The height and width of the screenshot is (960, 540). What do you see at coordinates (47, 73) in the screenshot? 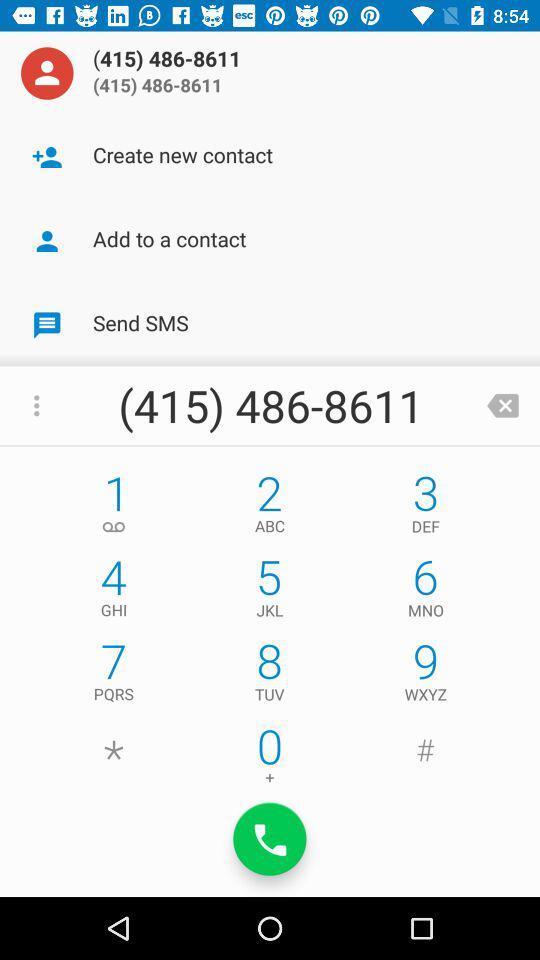
I see `icon to the left of (415) 486-8611 app` at bounding box center [47, 73].